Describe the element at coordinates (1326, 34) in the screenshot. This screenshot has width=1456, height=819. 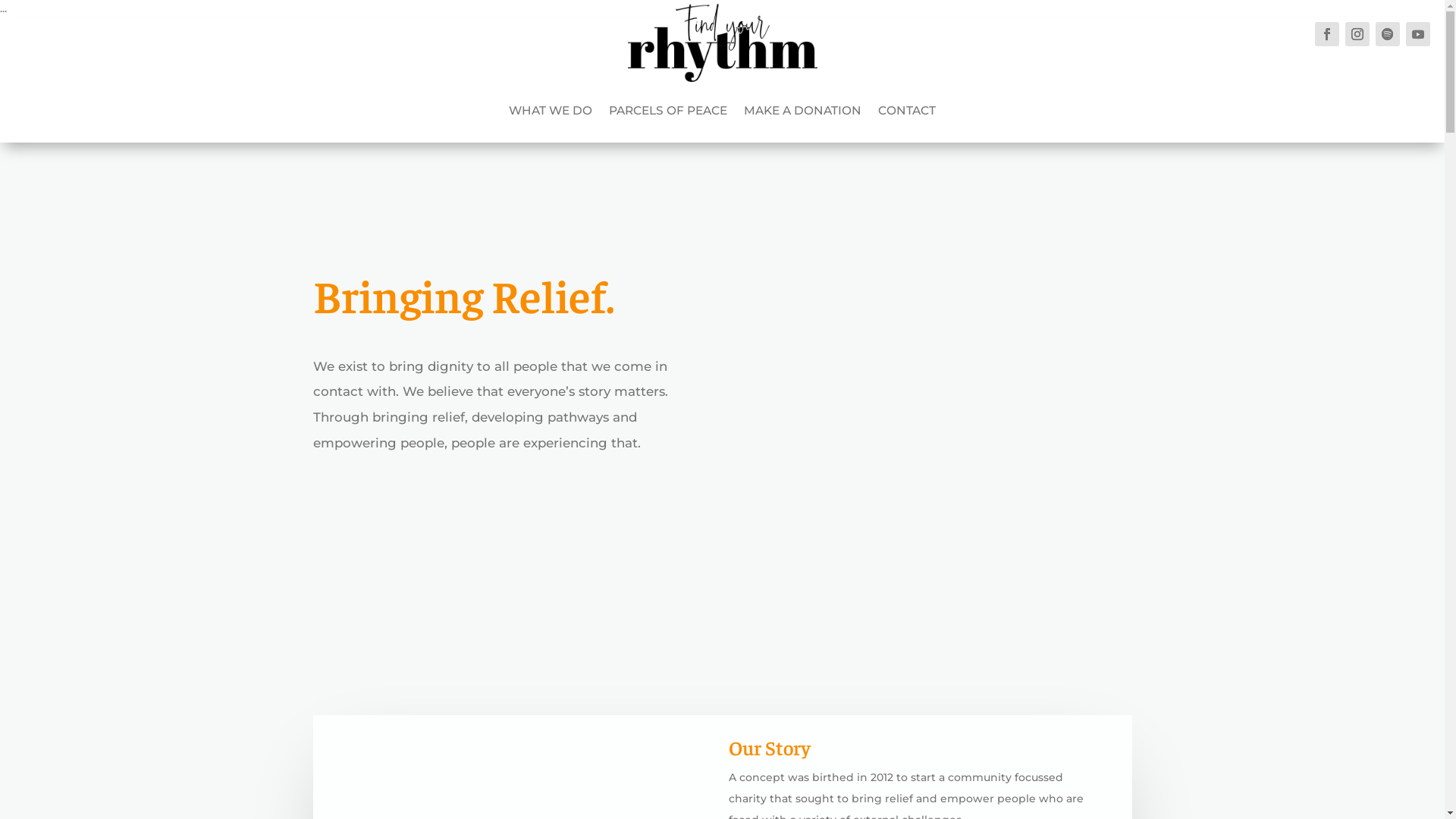
I see `'Follow on Facebook'` at that location.